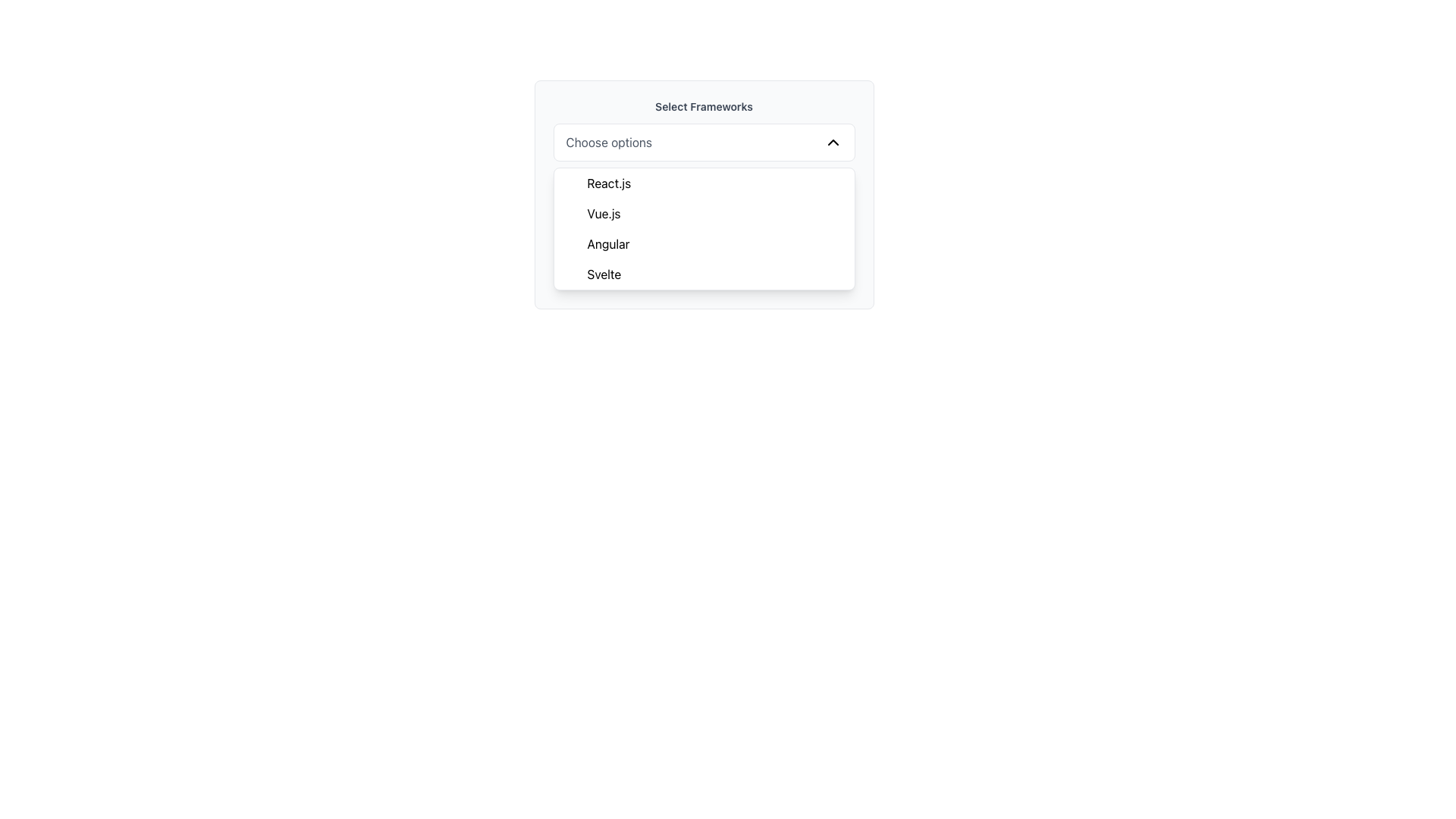 The image size is (1456, 819). Describe the element at coordinates (703, 143) in the screenshot. I see `the dropdown menu element labeled 'Choose options' located beneath 'Select Frameworks' to interact with it` at that location.